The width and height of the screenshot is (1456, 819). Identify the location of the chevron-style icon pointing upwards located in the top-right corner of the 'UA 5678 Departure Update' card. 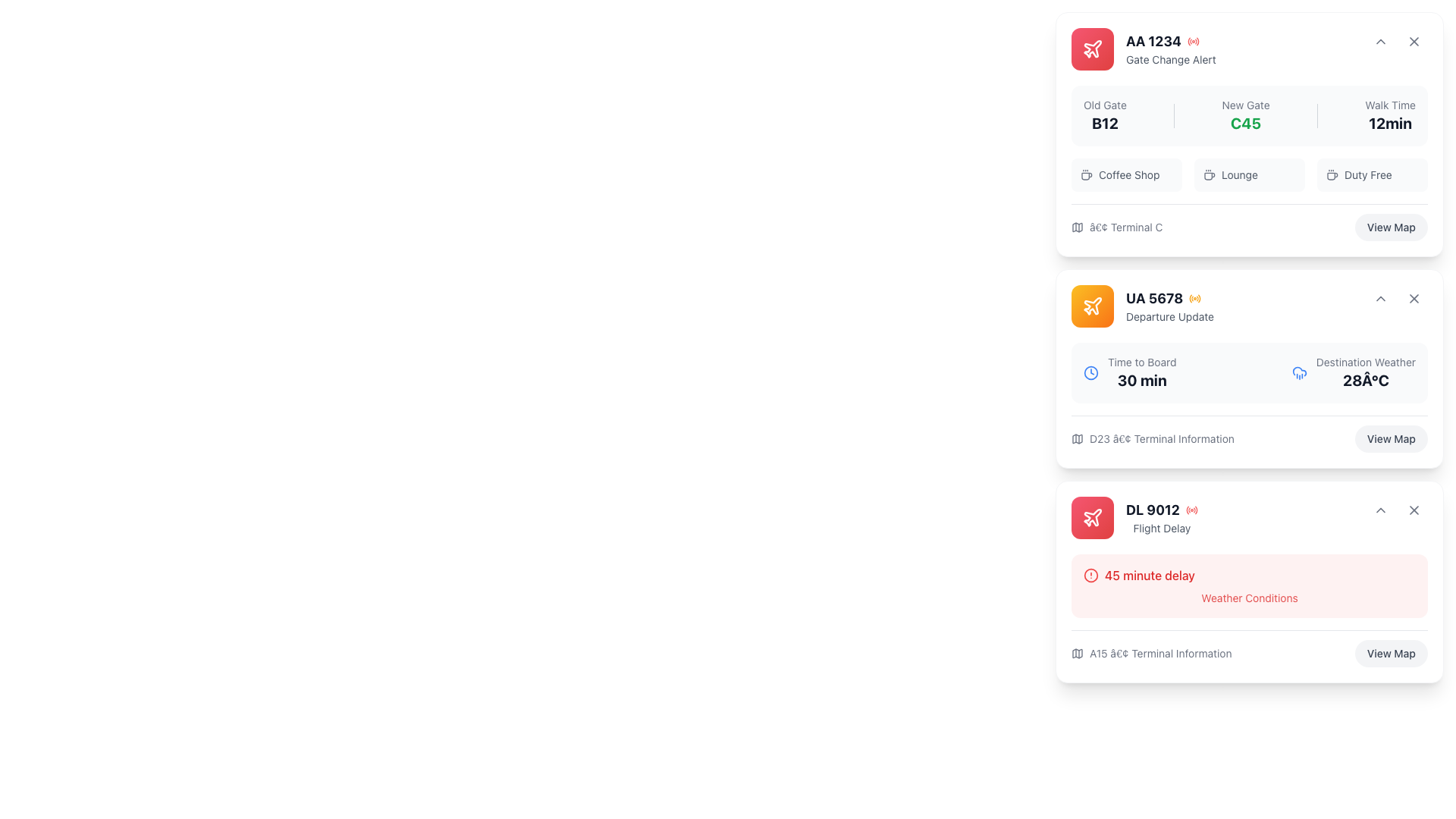
(1380, 298).